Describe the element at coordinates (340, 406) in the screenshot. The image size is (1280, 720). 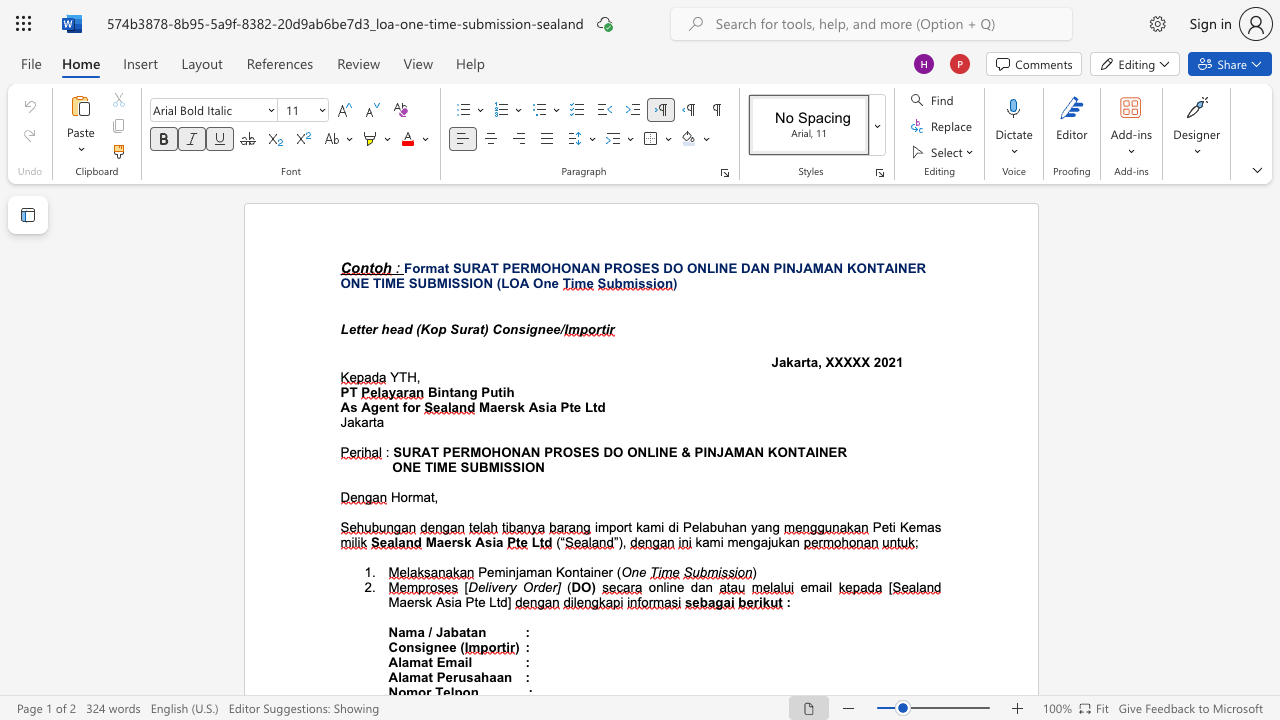
I see `the subset text "As Agent for" within the text "As Agent for"` at that location.